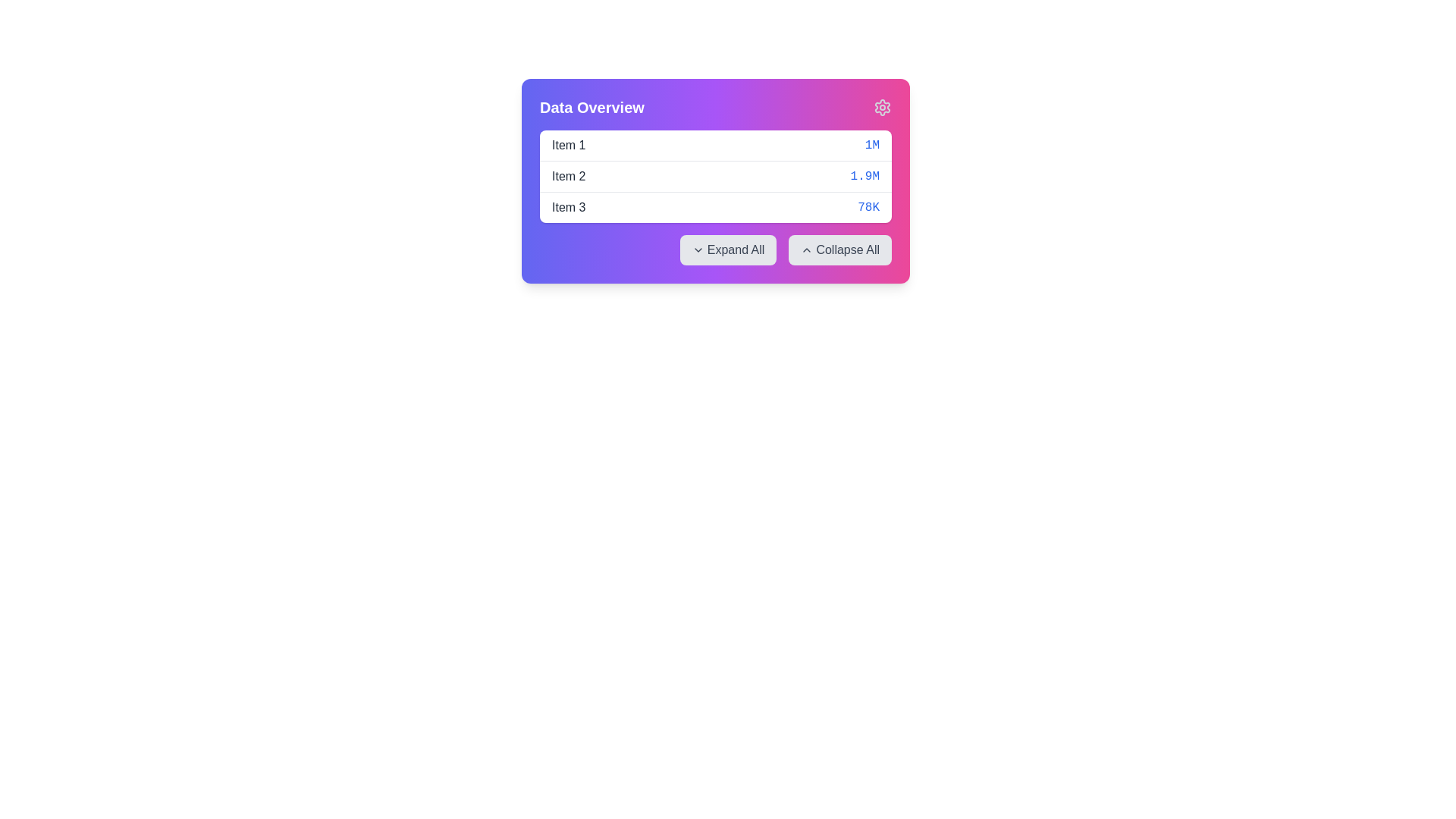 This screenshot has width=1456, height=819. Describe the element at coordinates (697, 249) in the screenshot. I see `the downward-pointing chevron icon located next to the 'Expand All' text` at that location.